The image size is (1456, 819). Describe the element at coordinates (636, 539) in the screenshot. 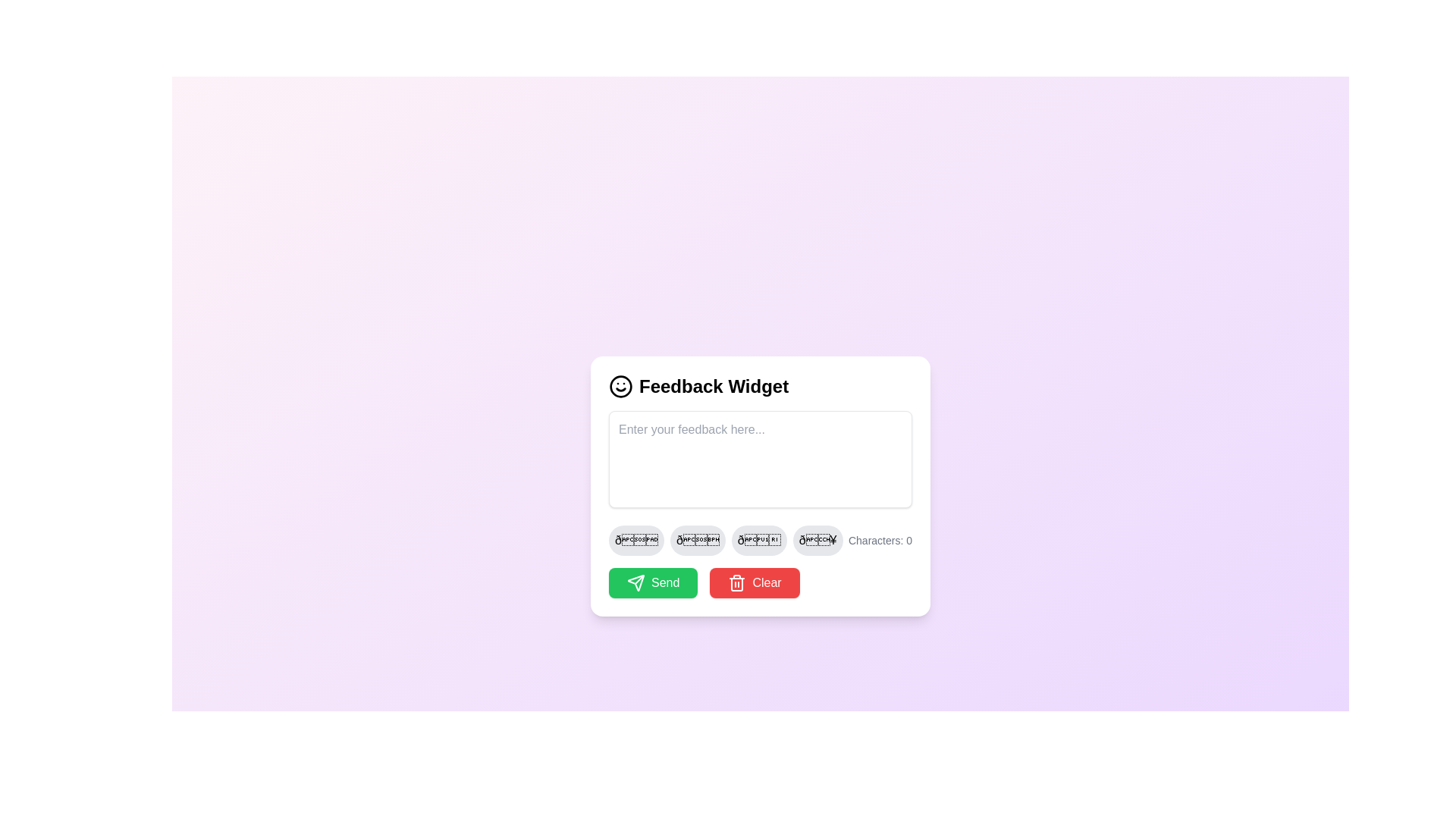

I see `the gray rounded button with an emoji, which is the first button among four horizontally aligned buttons below the text input area in the feedback widget` at that location.